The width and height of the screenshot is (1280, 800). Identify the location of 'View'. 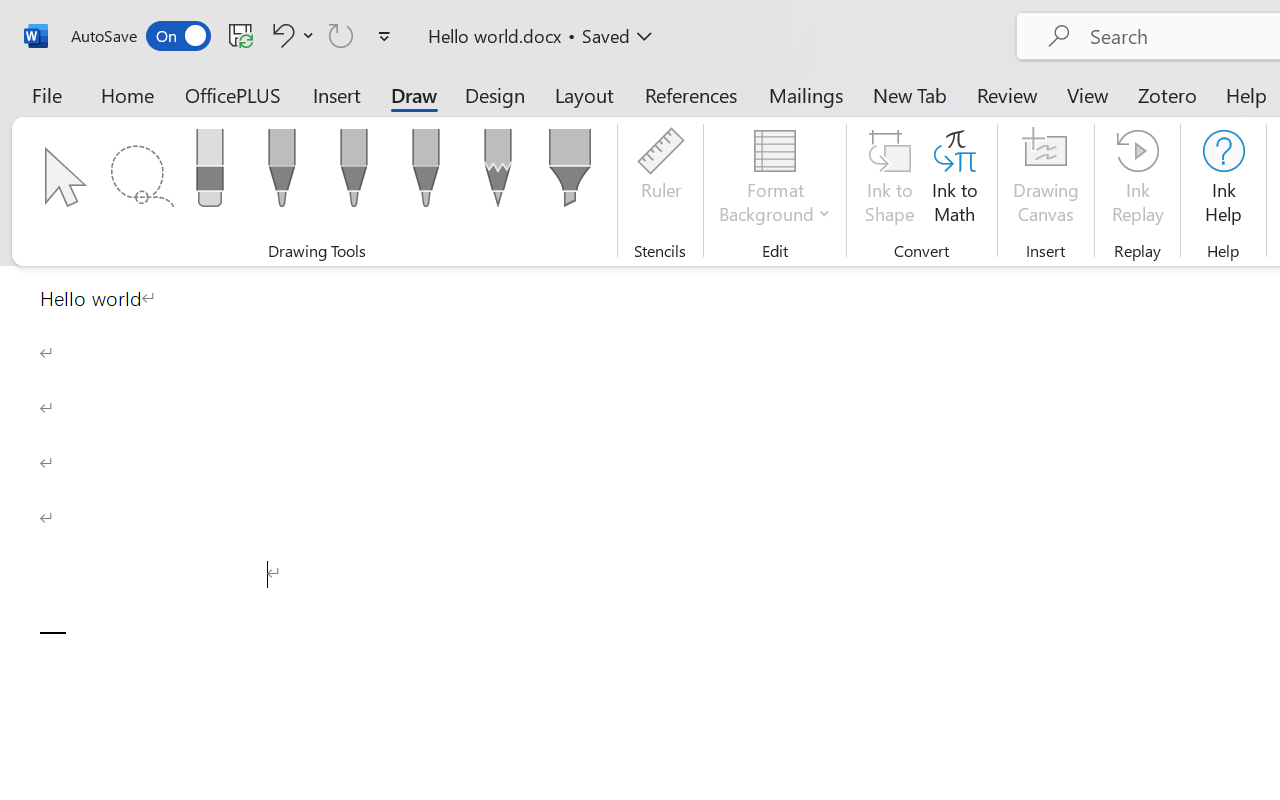
(1087, 94).